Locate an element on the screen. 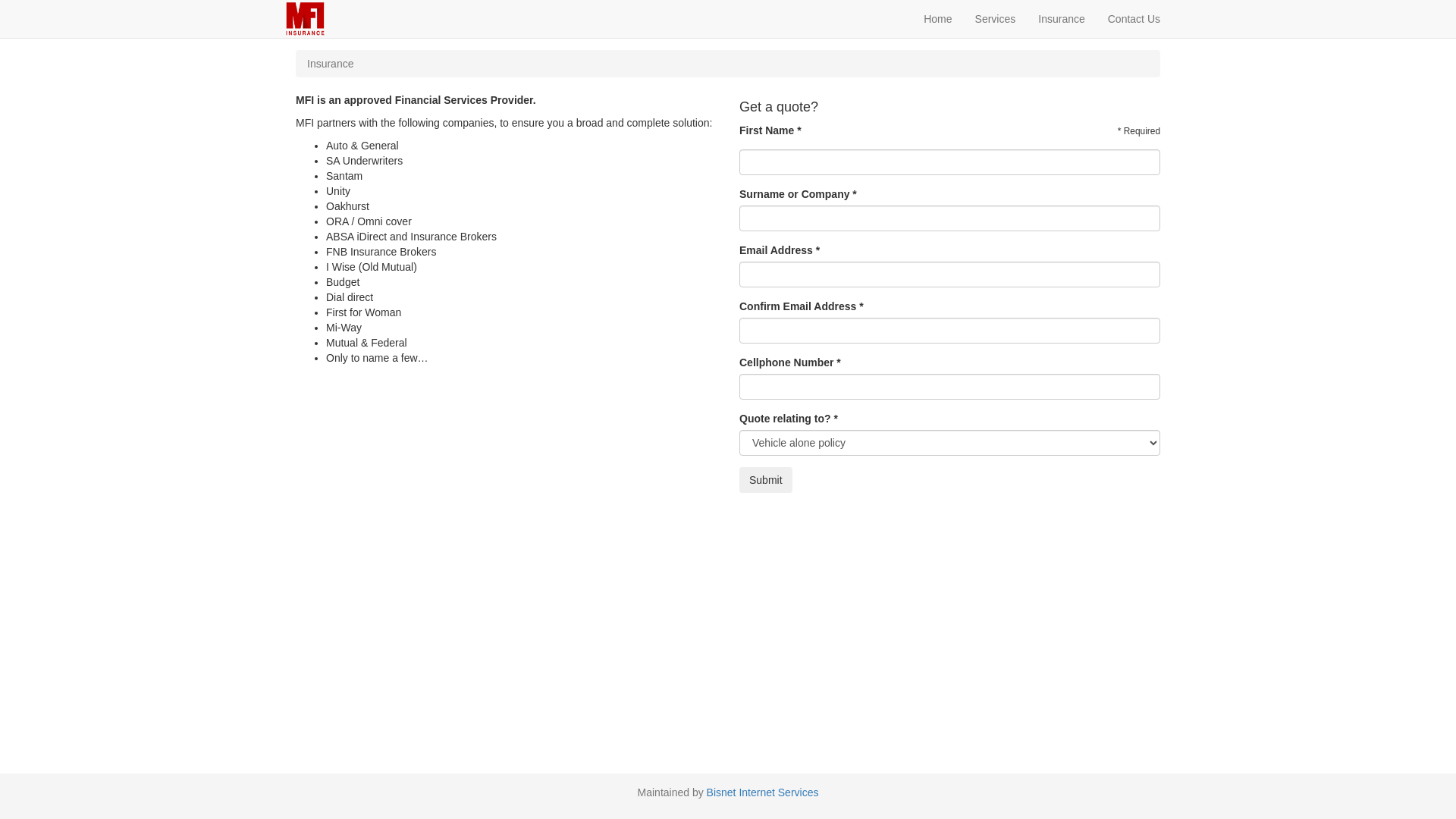  'Bisnet Internet Services' is located at coordinates (763, 792).